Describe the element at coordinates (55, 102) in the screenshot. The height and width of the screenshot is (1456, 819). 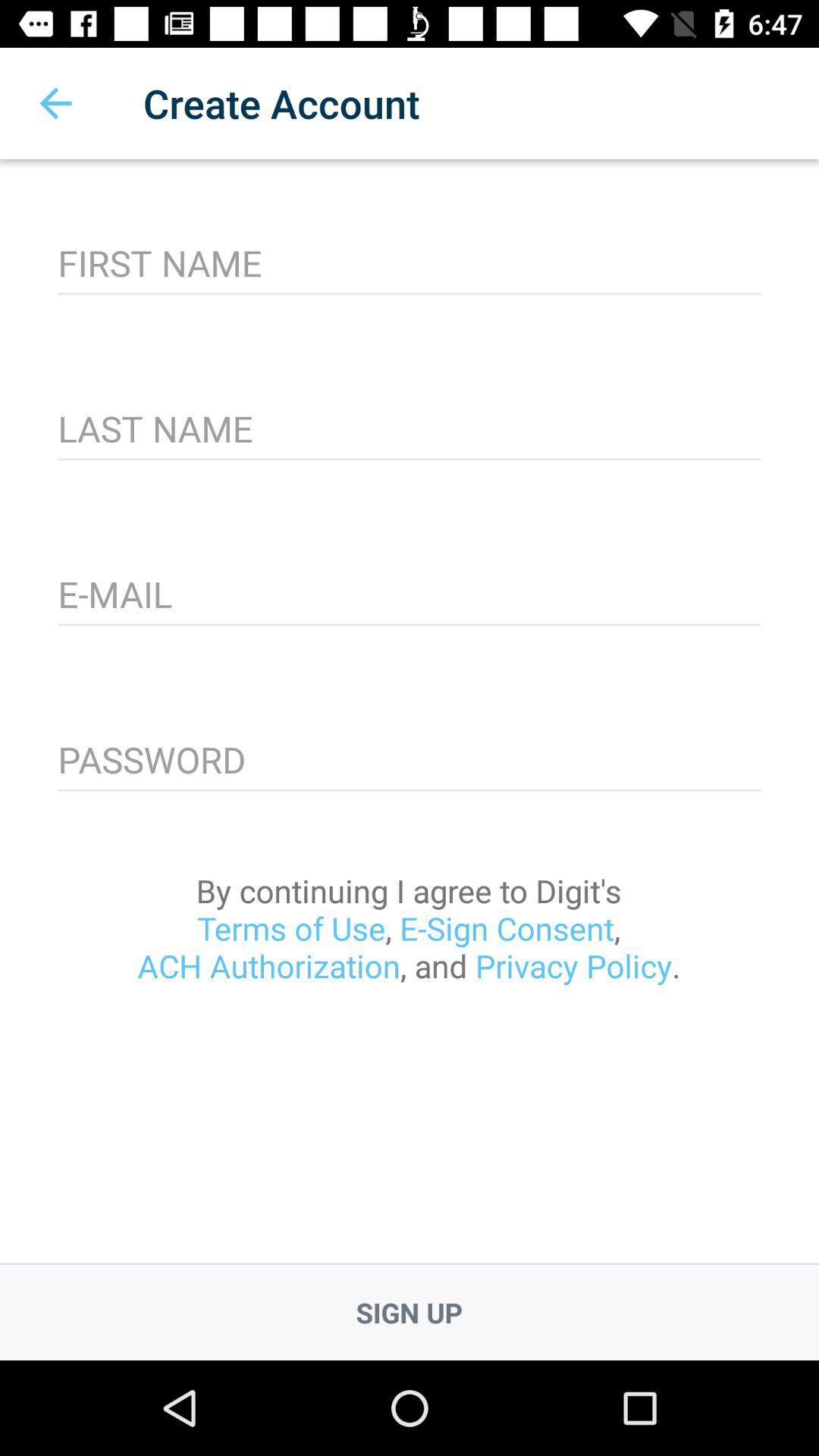
I see `item next to the create account` at that location.